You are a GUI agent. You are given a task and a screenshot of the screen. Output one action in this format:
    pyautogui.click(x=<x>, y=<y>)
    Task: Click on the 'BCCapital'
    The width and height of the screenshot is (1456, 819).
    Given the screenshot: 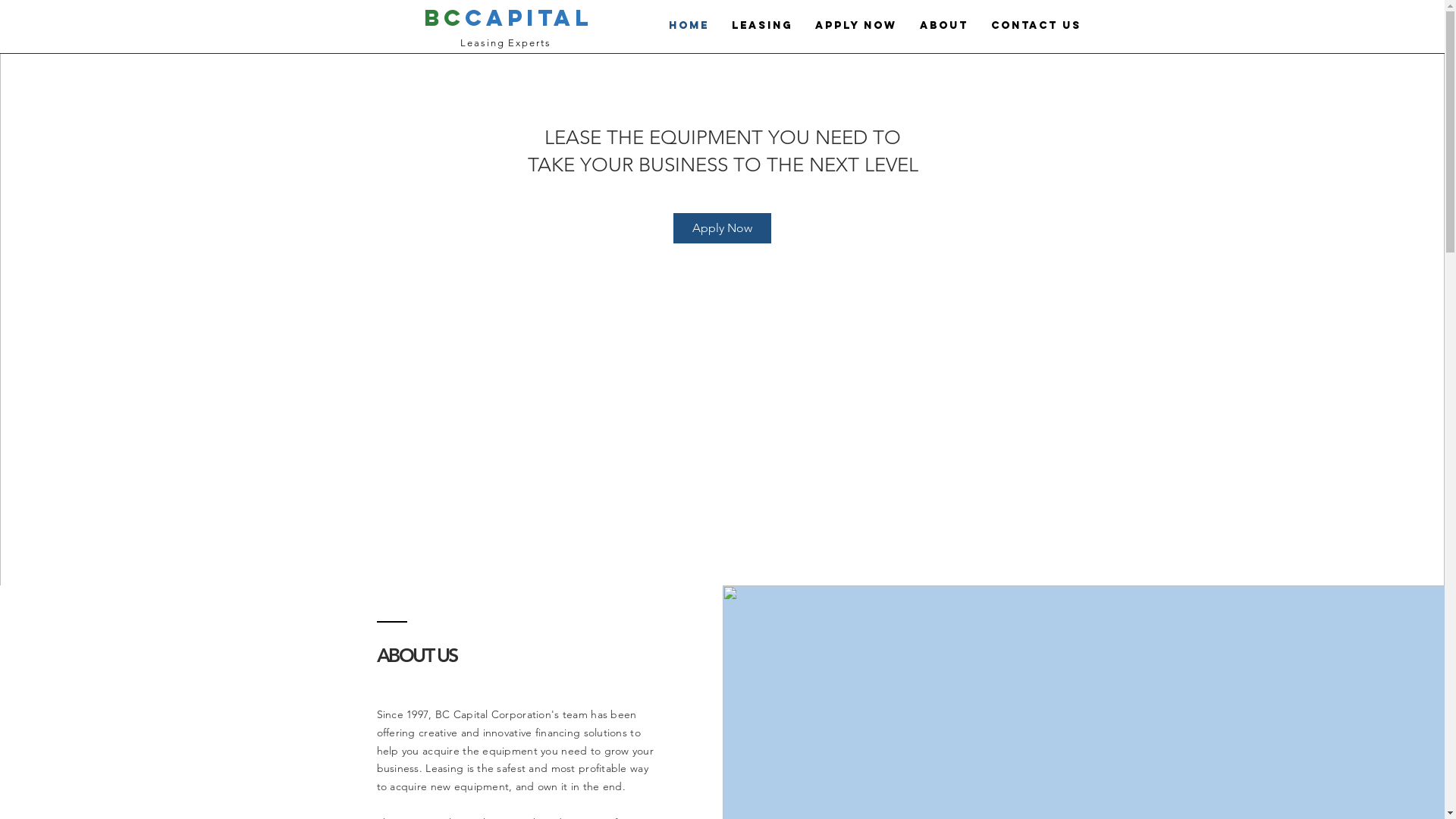 What is the action you would take?
    pyautogui.click(x=507, y=17)
    